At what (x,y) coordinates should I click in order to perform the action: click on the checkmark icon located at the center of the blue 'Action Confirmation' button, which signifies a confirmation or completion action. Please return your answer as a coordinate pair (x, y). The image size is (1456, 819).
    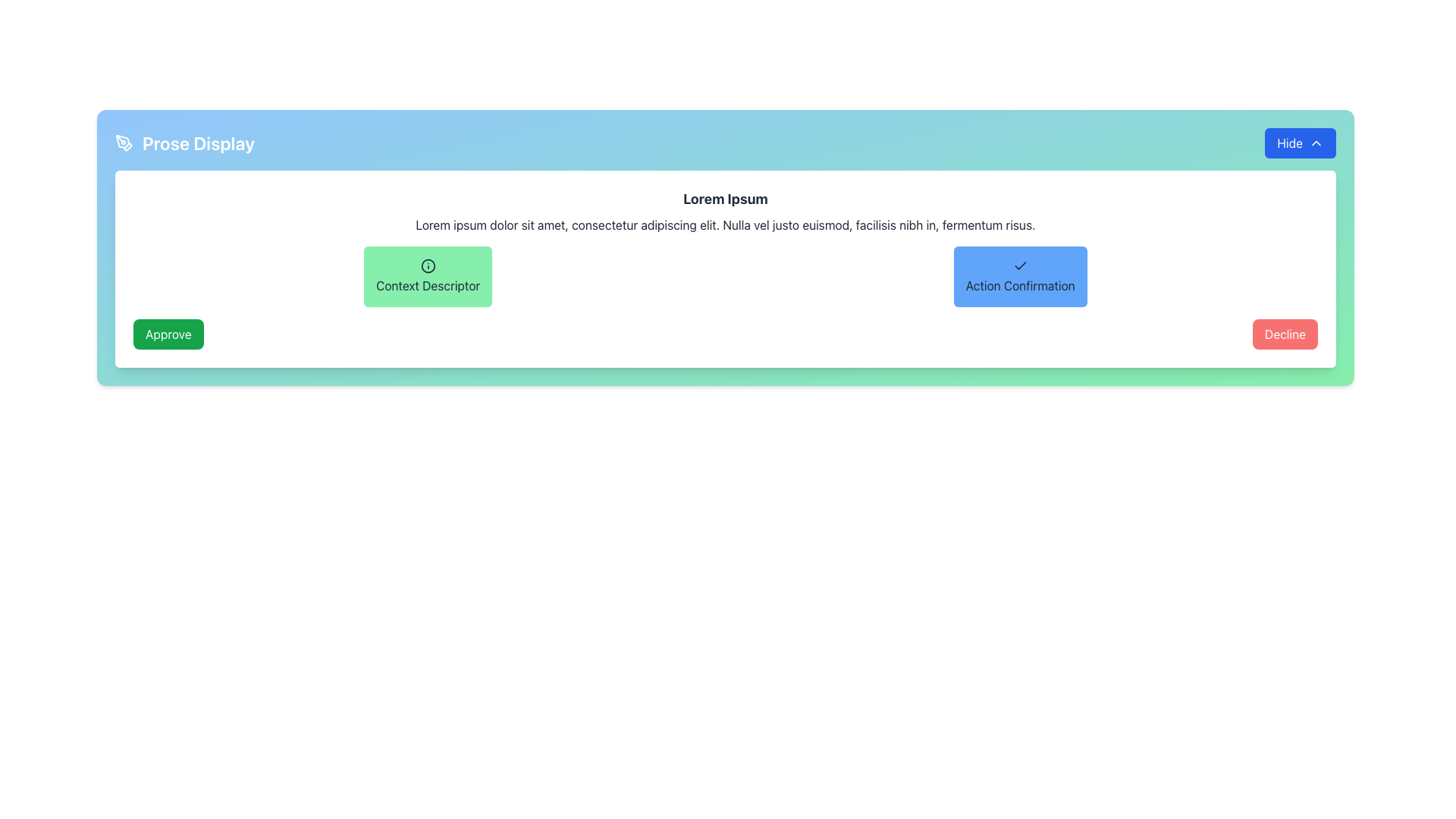
    Looking at the image, I should click on (1020, 265).